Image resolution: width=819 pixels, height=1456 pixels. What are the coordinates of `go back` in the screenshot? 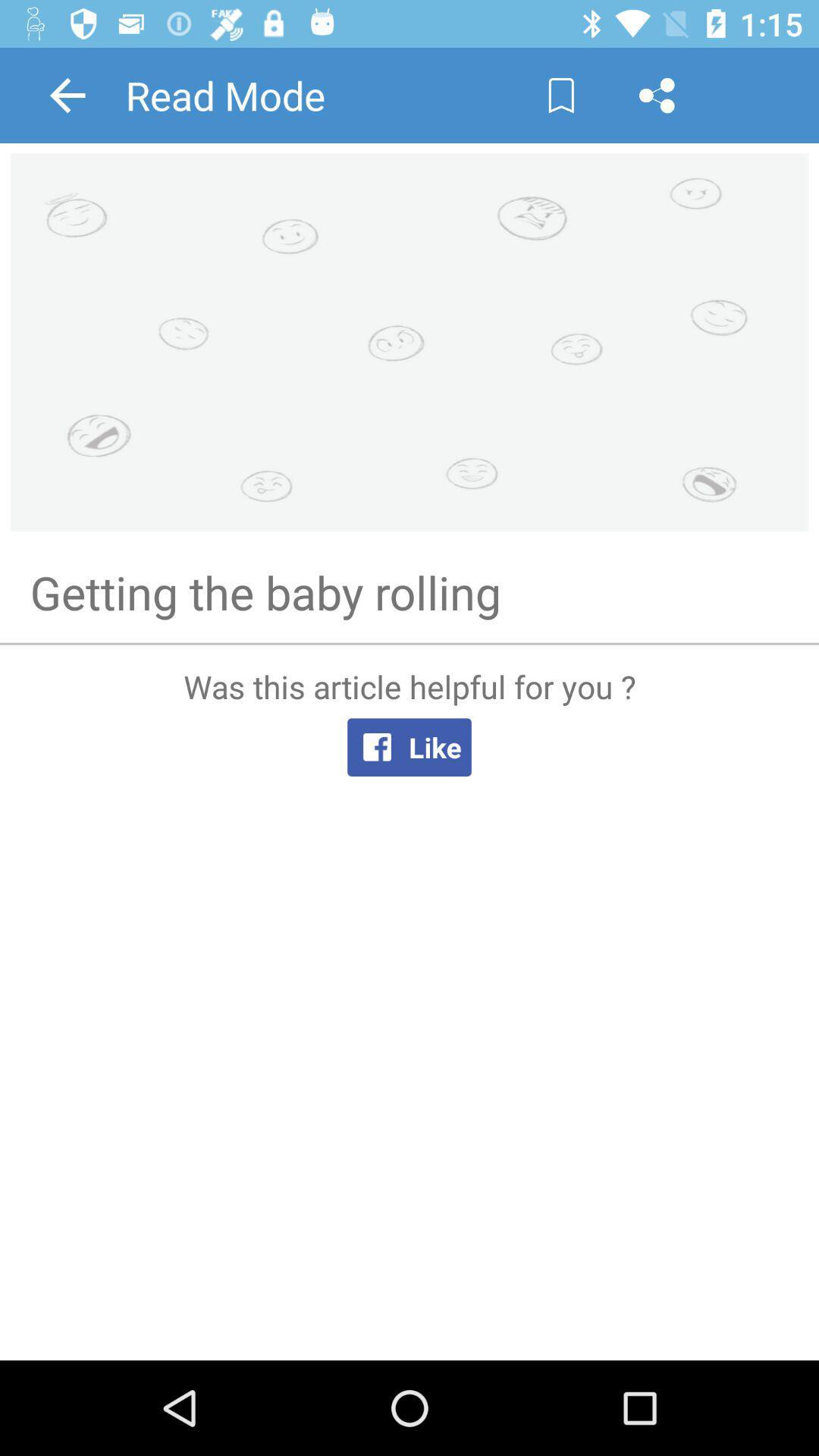 It's located at (67, 94).